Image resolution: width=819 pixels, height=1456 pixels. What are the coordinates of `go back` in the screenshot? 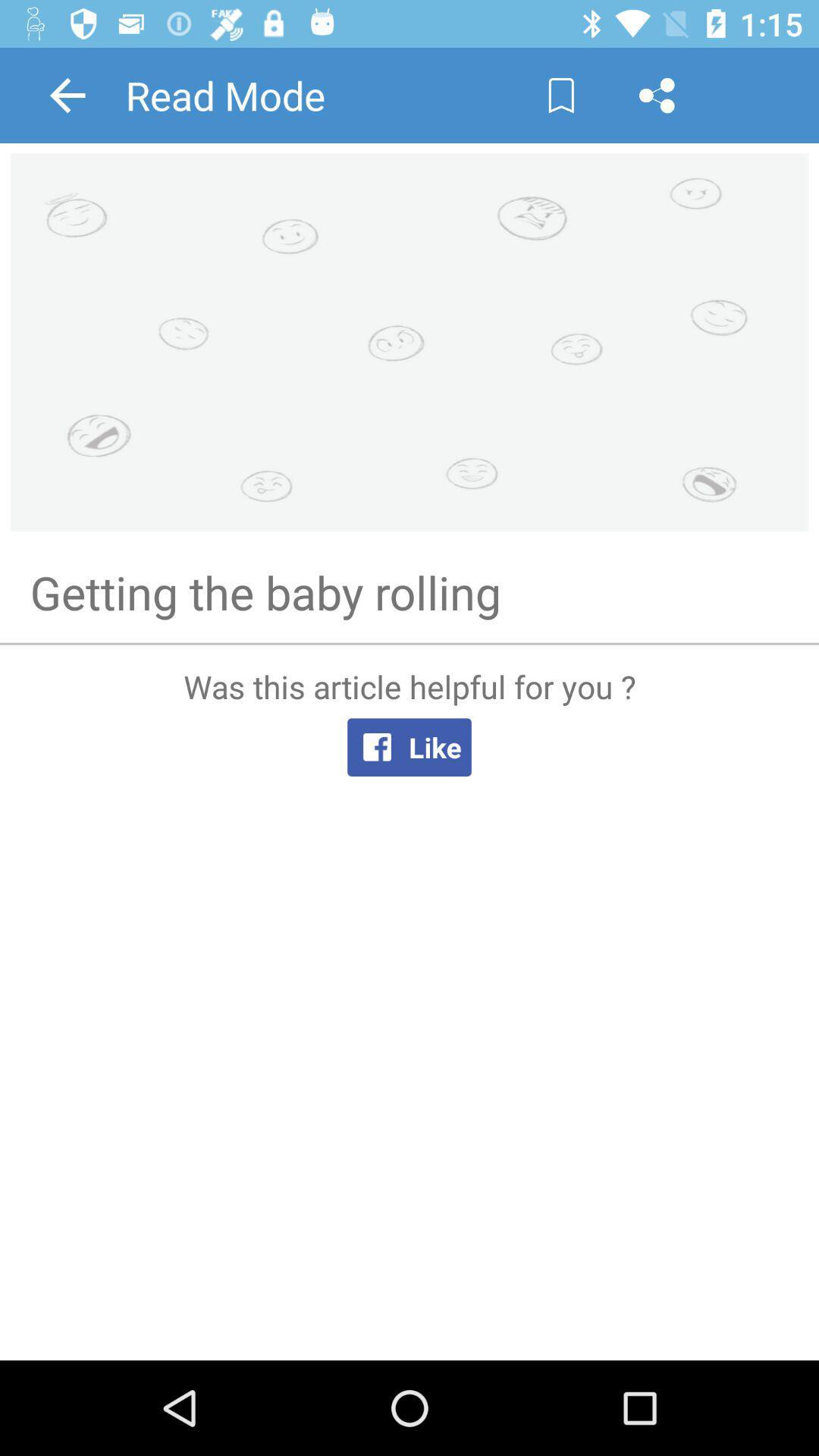 It's located at (67, 94).